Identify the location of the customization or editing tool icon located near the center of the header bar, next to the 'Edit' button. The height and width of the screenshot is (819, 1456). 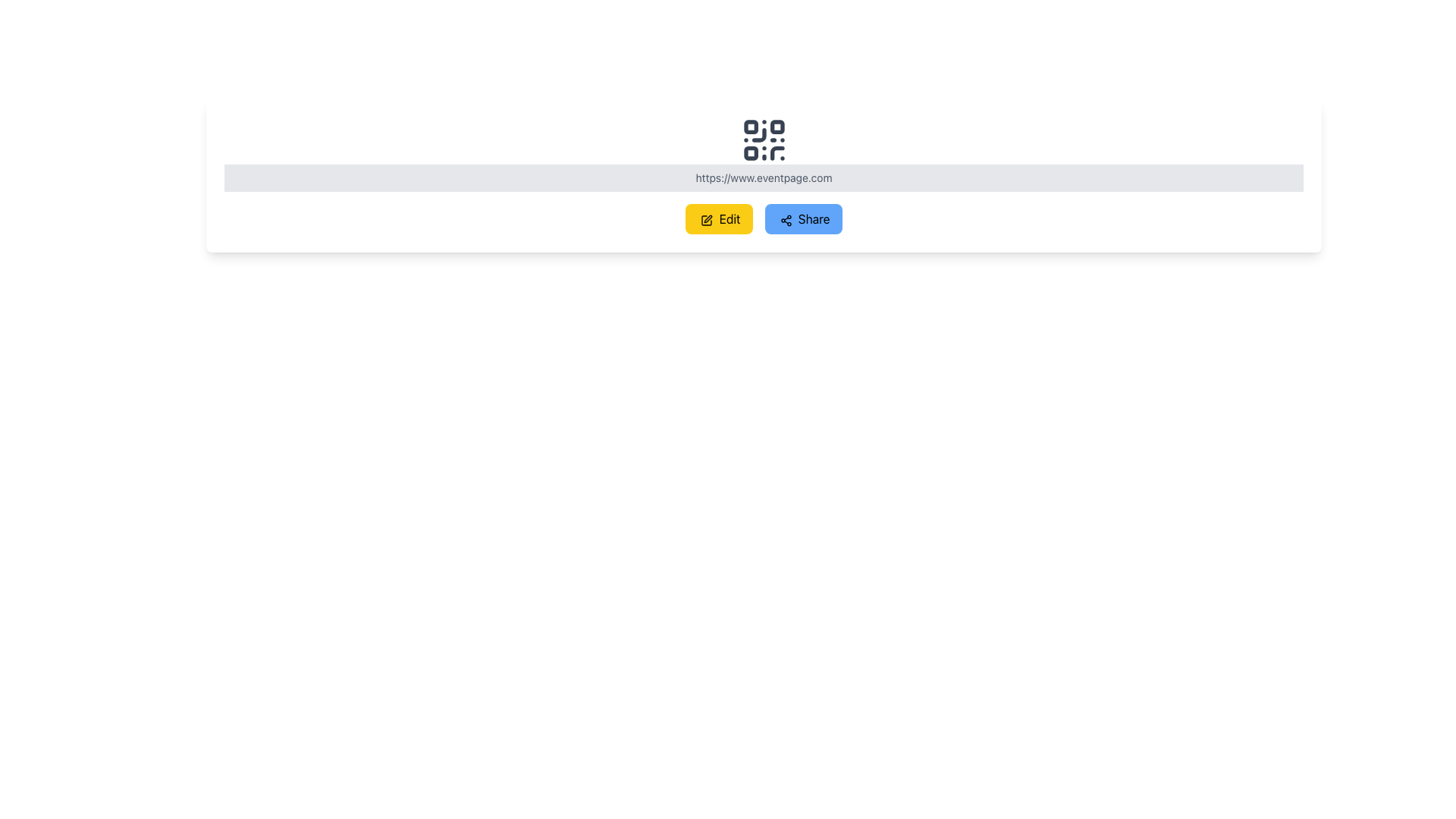
(708, 218).